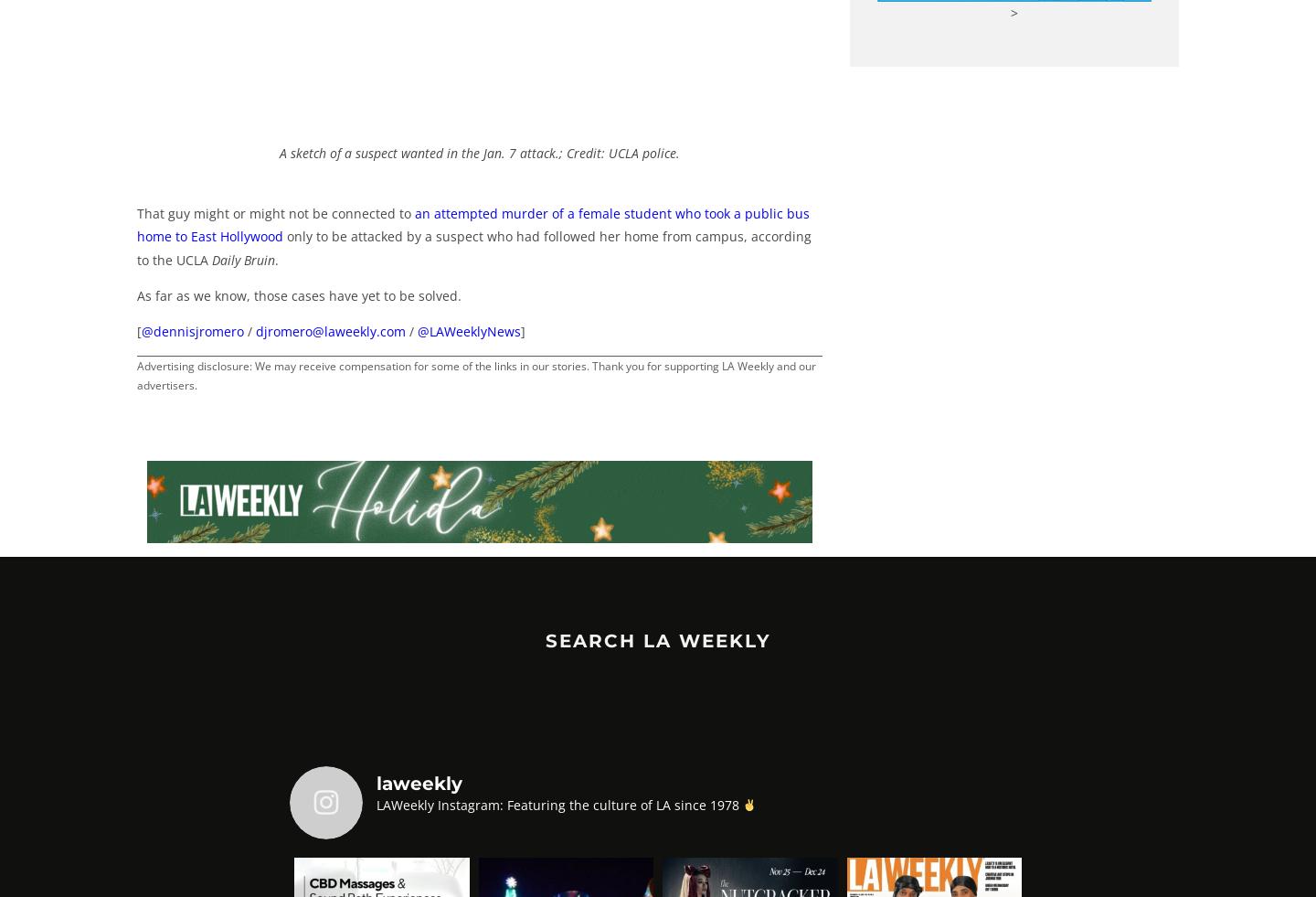 The width and height of the screenshot is (1316, 897). Describe the element at coordinates (330, 330) in the screenshot. I see `'djromero@laweekly.com'` at that location.